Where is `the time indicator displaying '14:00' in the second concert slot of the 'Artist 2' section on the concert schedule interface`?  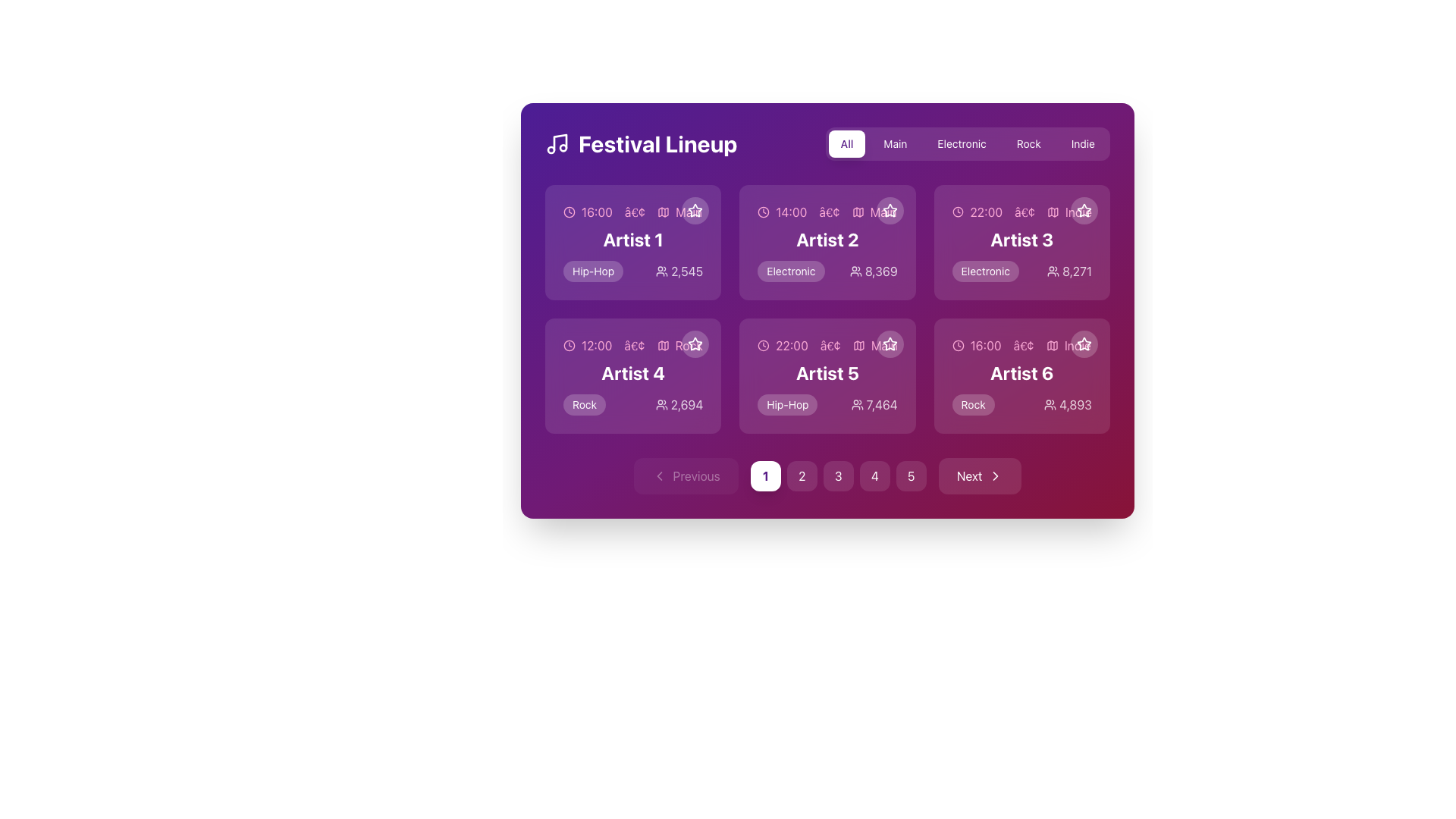
the time indicator displaying '14:00' in the second concert slot of the 'Artist 2' section on the concert schedule interface is located at coordinates (790, 212).